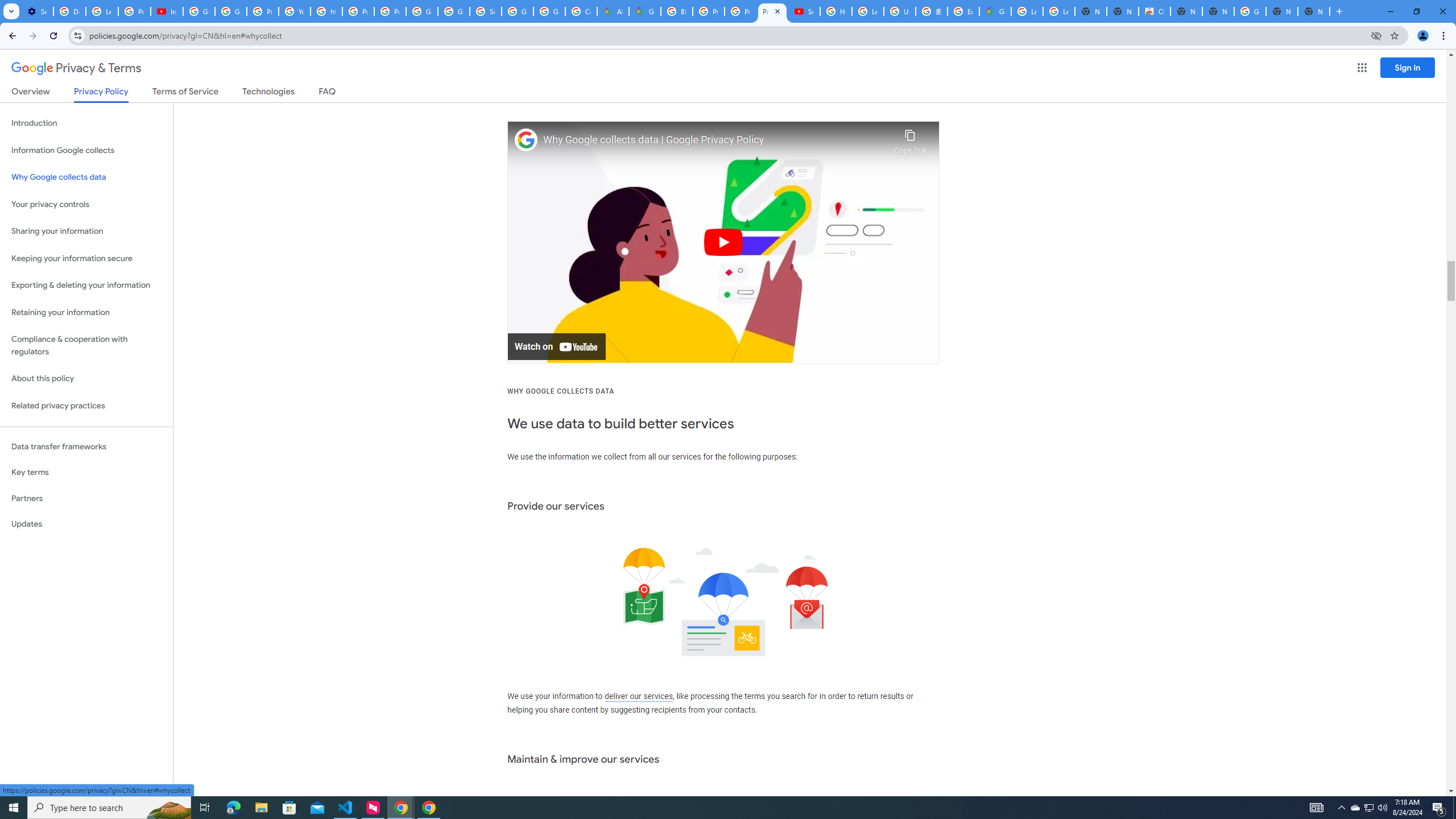 The width and height of the screenshot is (1456, 819). What do you see at coordinates (86, 176) in the screenshot?
I see `'Why Google collects data'` at bounding box center [86, 176].